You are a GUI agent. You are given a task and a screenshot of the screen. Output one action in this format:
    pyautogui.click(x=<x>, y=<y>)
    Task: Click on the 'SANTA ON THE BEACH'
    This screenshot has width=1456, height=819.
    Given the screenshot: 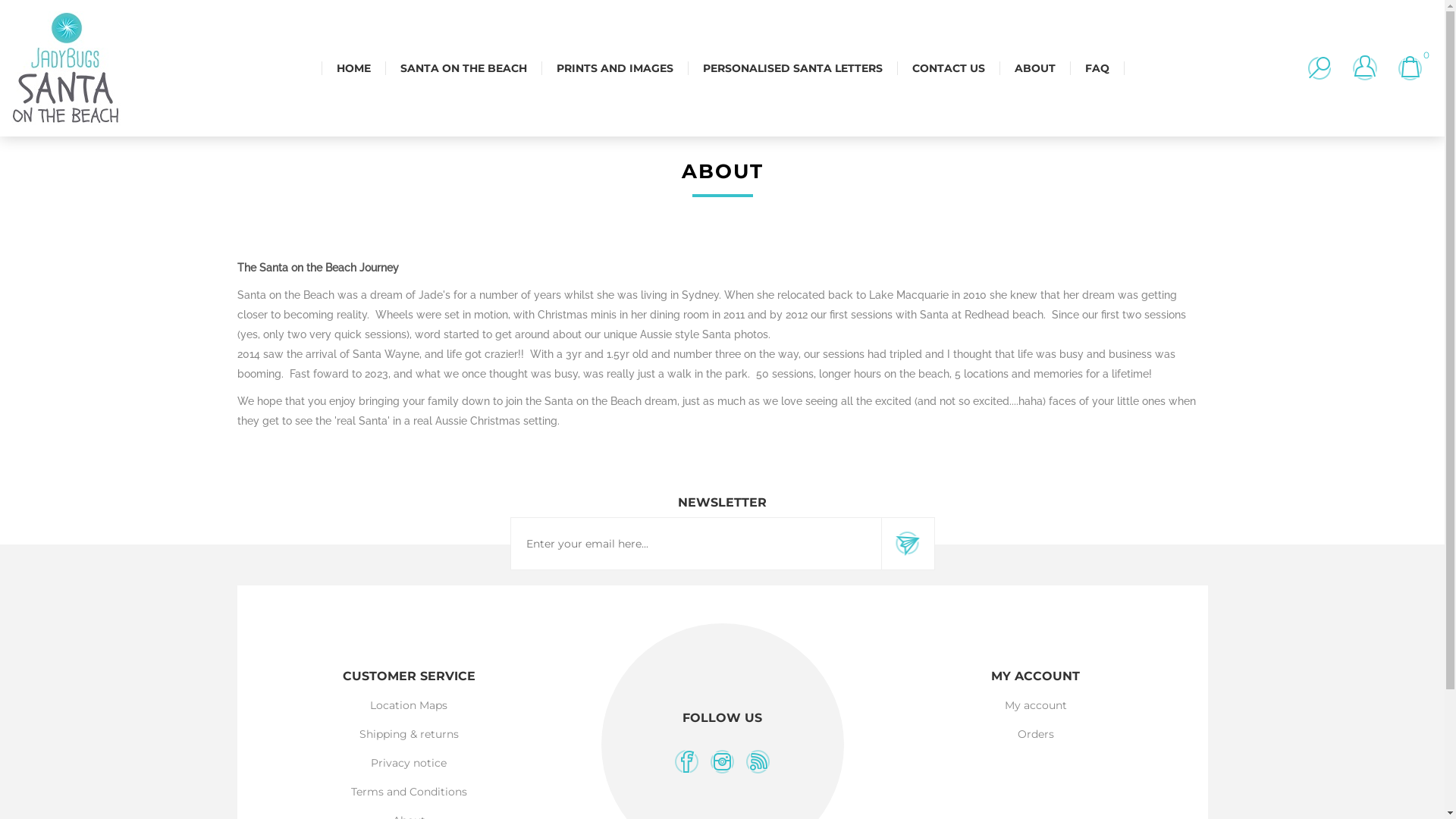 What is the action you would take?
    pyautogui.click(x=385, y=67)
    